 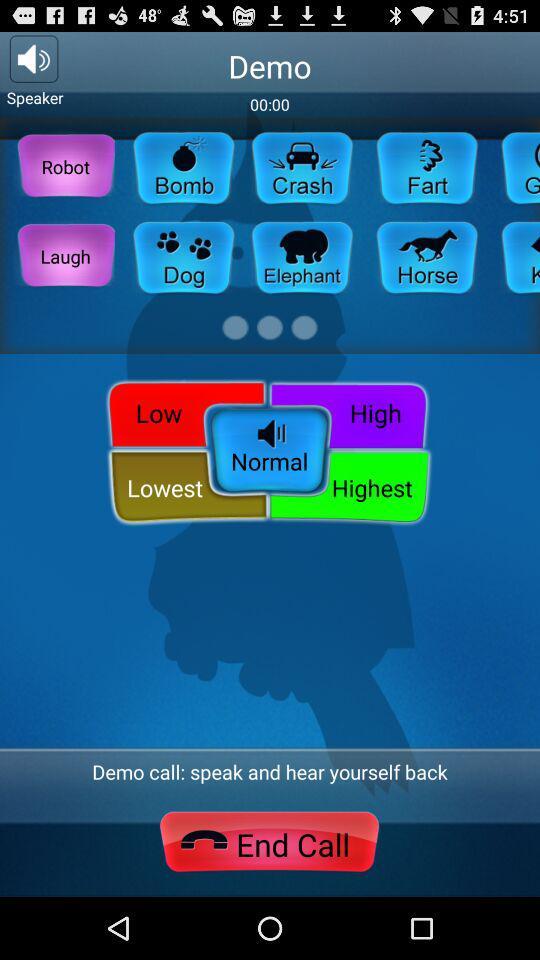 What do you see at coordinates (182, 411) in the screenshot?
I see `low icon` at bounding box center [182, 411].